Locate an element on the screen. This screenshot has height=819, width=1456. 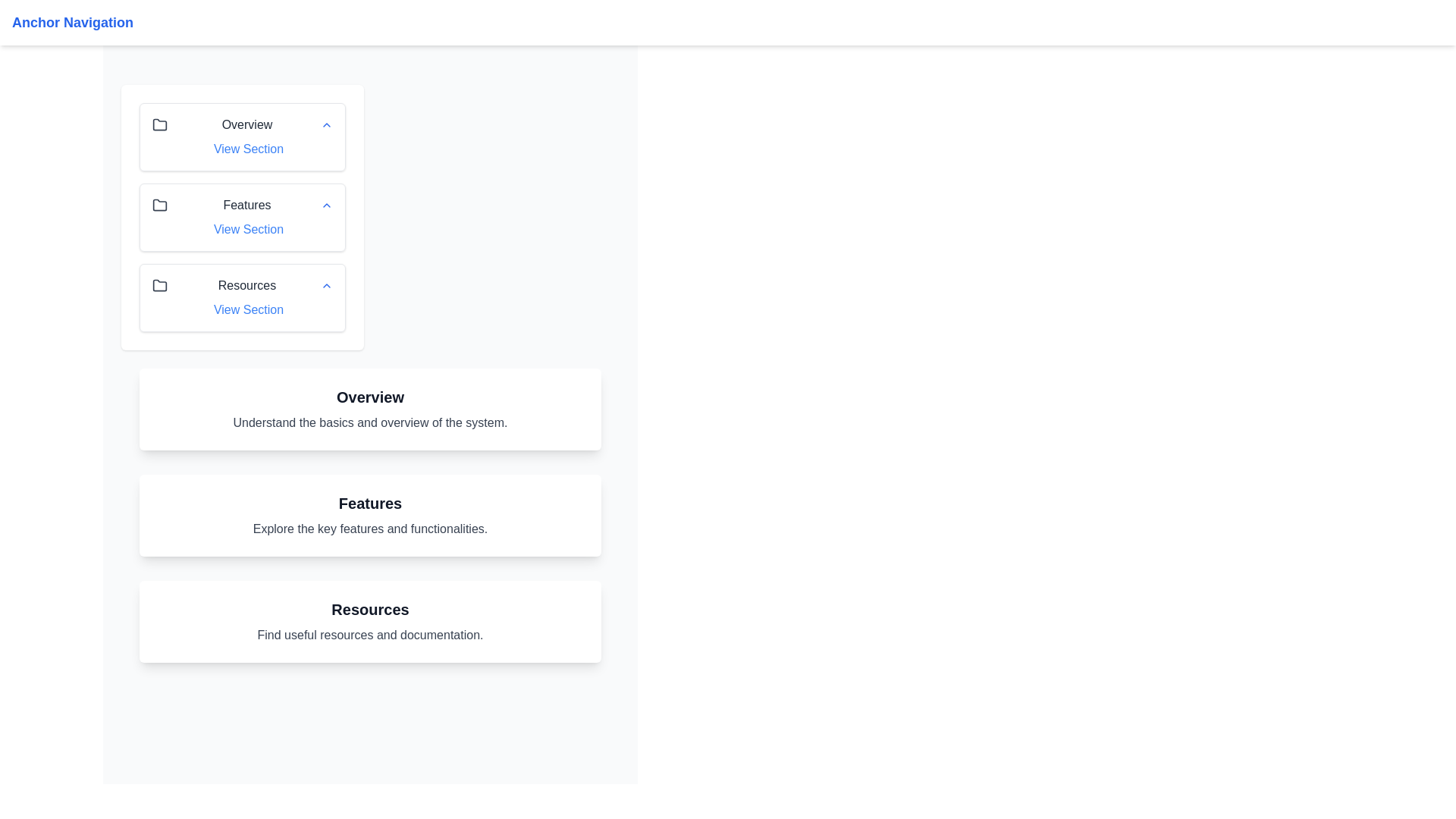
the informational block with a white background and rounded edges that contains the heading 'Resources' and subtitle 'Find useful resources and documentation.' is located at coordinates (370, 622).